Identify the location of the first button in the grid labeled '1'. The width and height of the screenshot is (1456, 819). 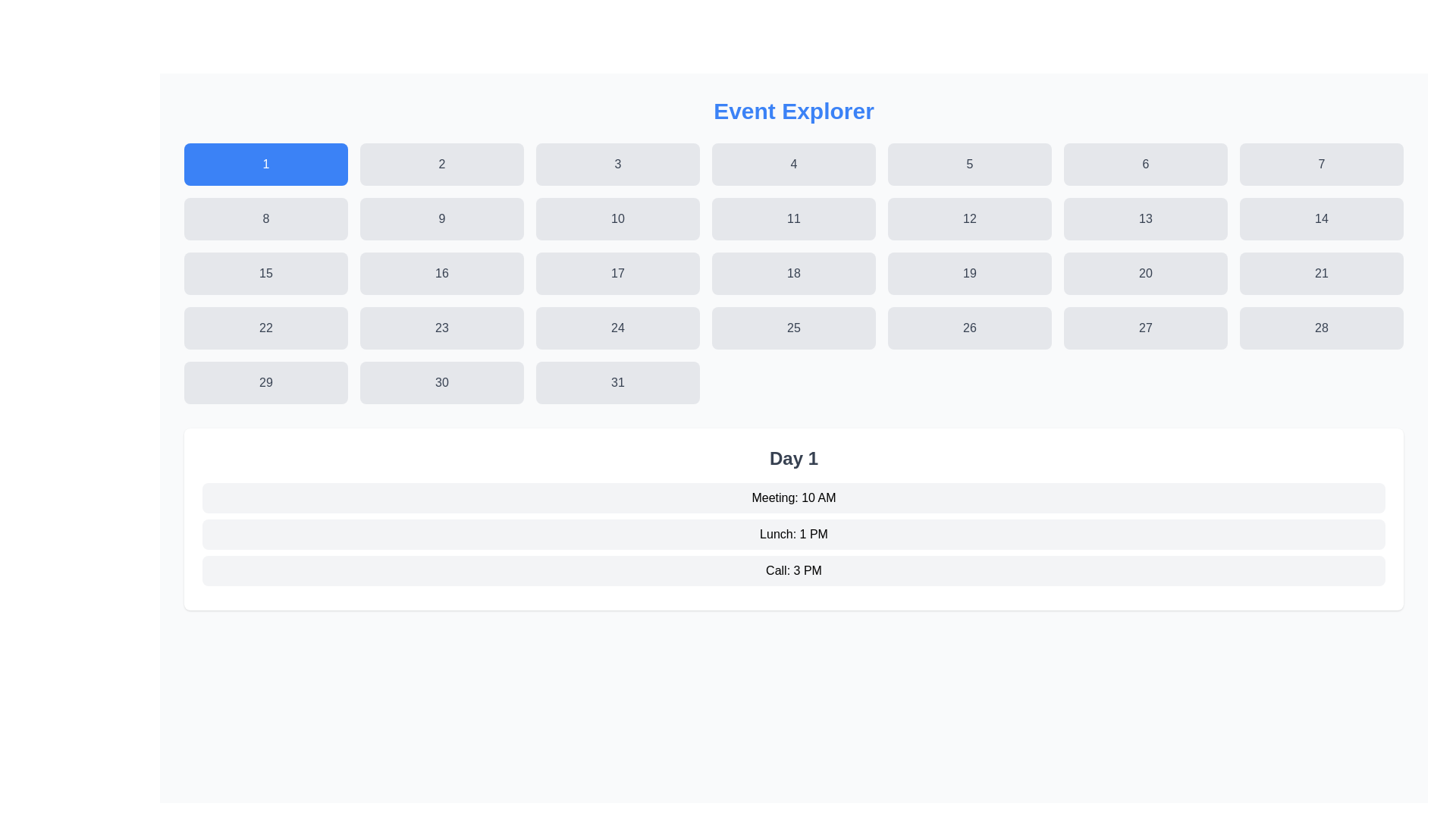
(265, 164).